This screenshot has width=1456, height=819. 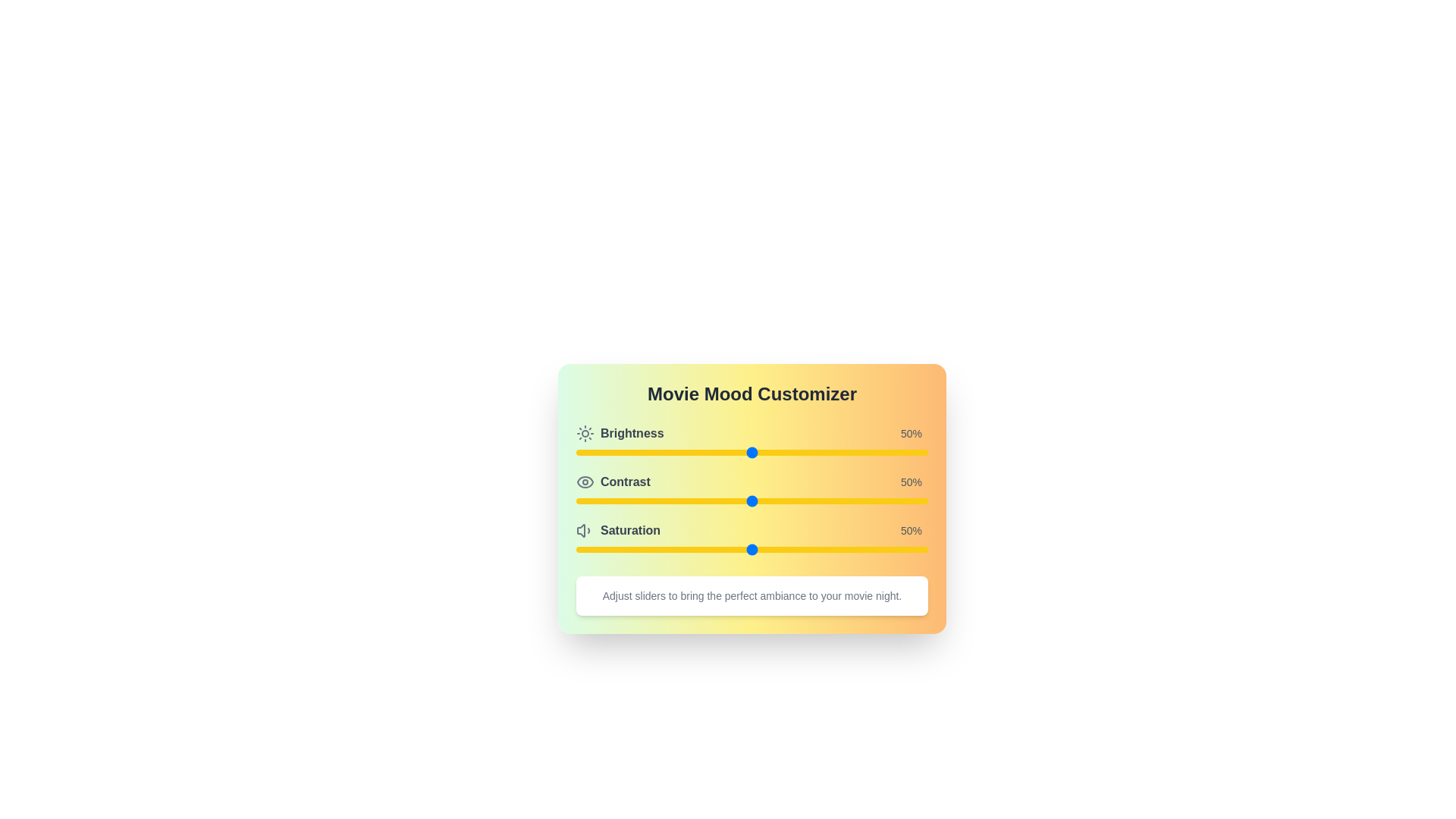 What do you see at coordinates (579, 500) in the screenshot?
I see `the contrast level` at bounding box center [579, 500].